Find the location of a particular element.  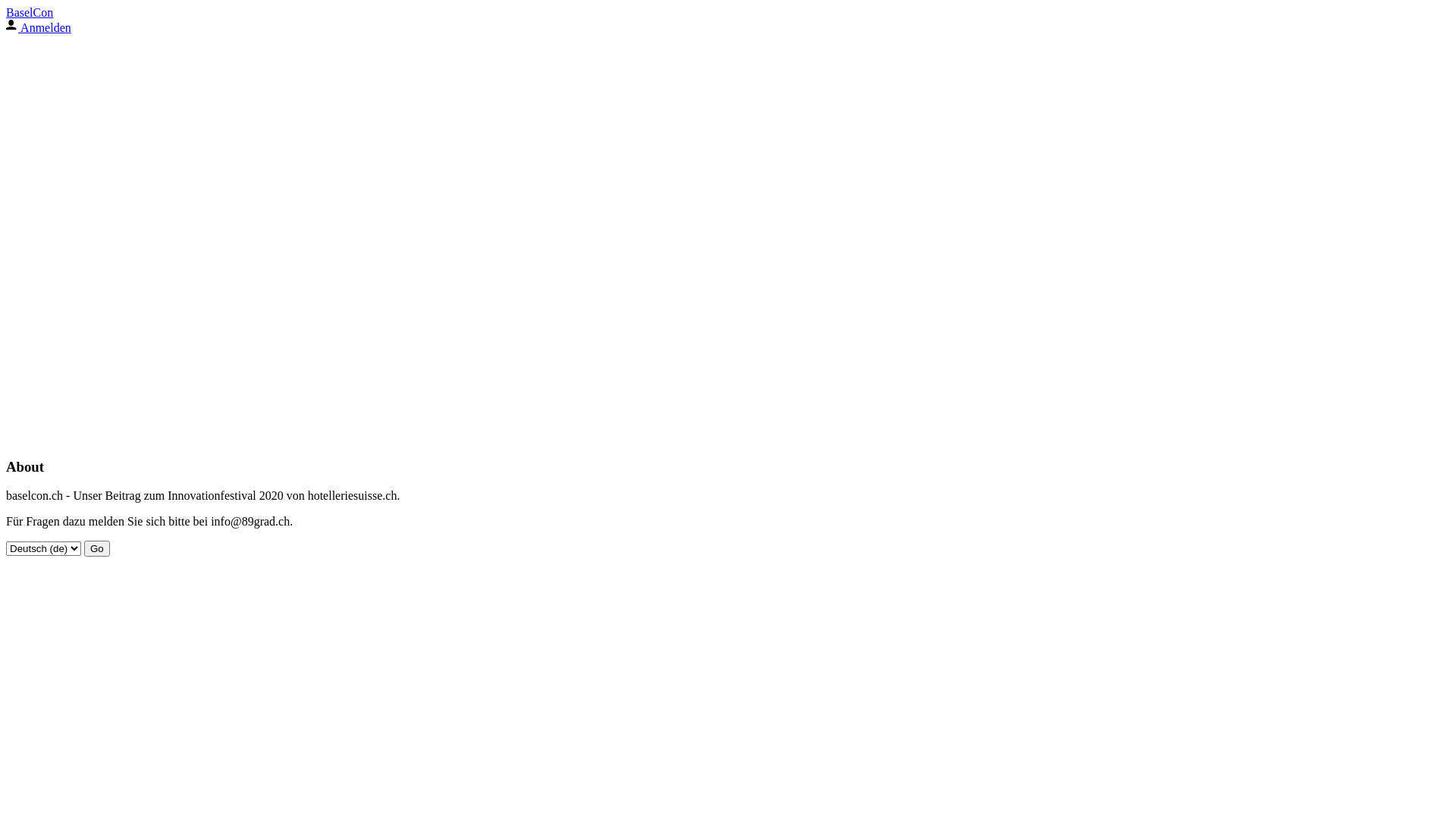

'Anmelden' is located at coordinates (39, 27).